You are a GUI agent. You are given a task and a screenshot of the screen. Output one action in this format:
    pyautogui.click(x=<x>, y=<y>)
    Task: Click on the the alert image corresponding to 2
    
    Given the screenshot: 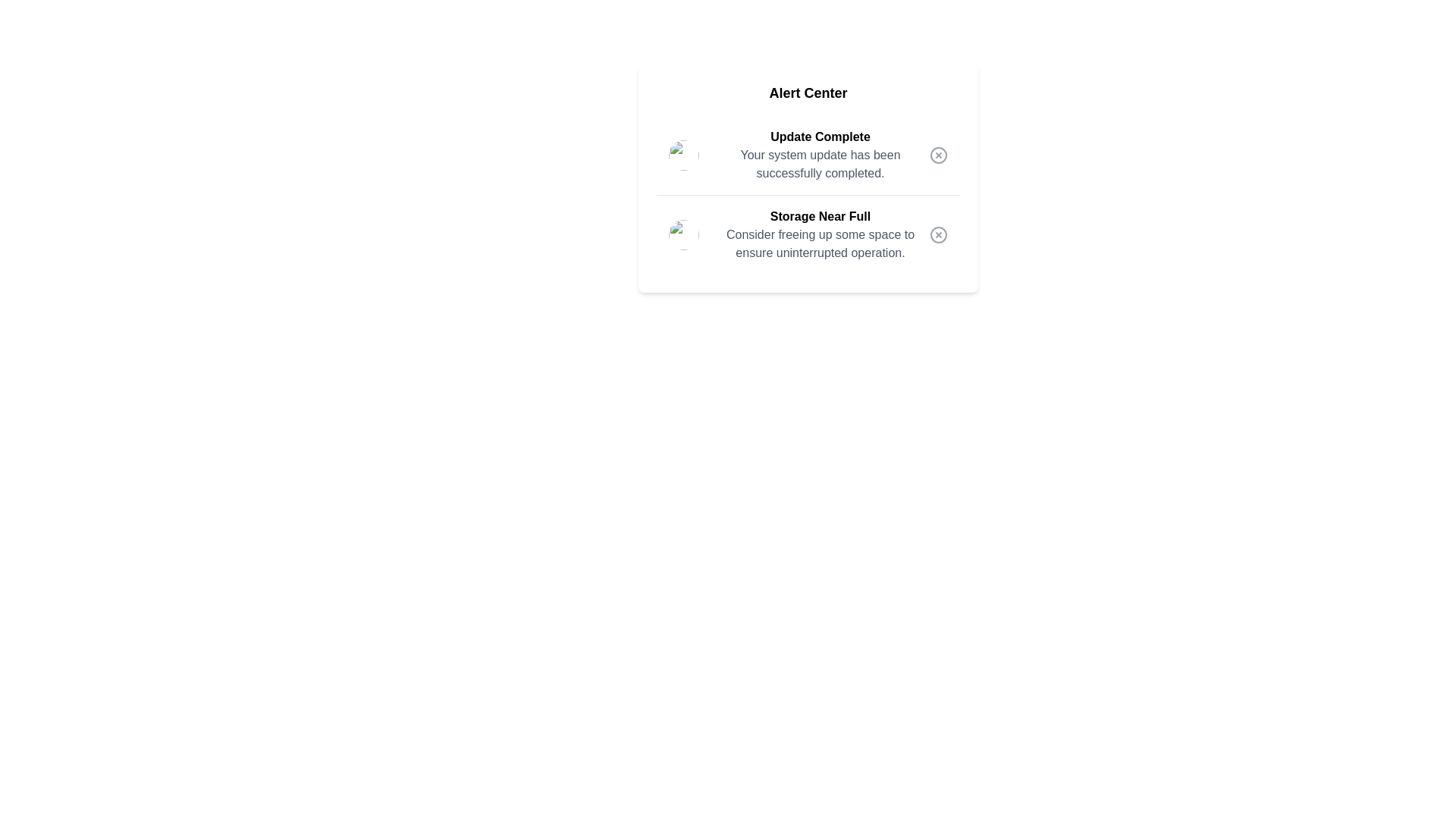 What is the action you would take?
    pyautogui.click(x=683, y=234)
    